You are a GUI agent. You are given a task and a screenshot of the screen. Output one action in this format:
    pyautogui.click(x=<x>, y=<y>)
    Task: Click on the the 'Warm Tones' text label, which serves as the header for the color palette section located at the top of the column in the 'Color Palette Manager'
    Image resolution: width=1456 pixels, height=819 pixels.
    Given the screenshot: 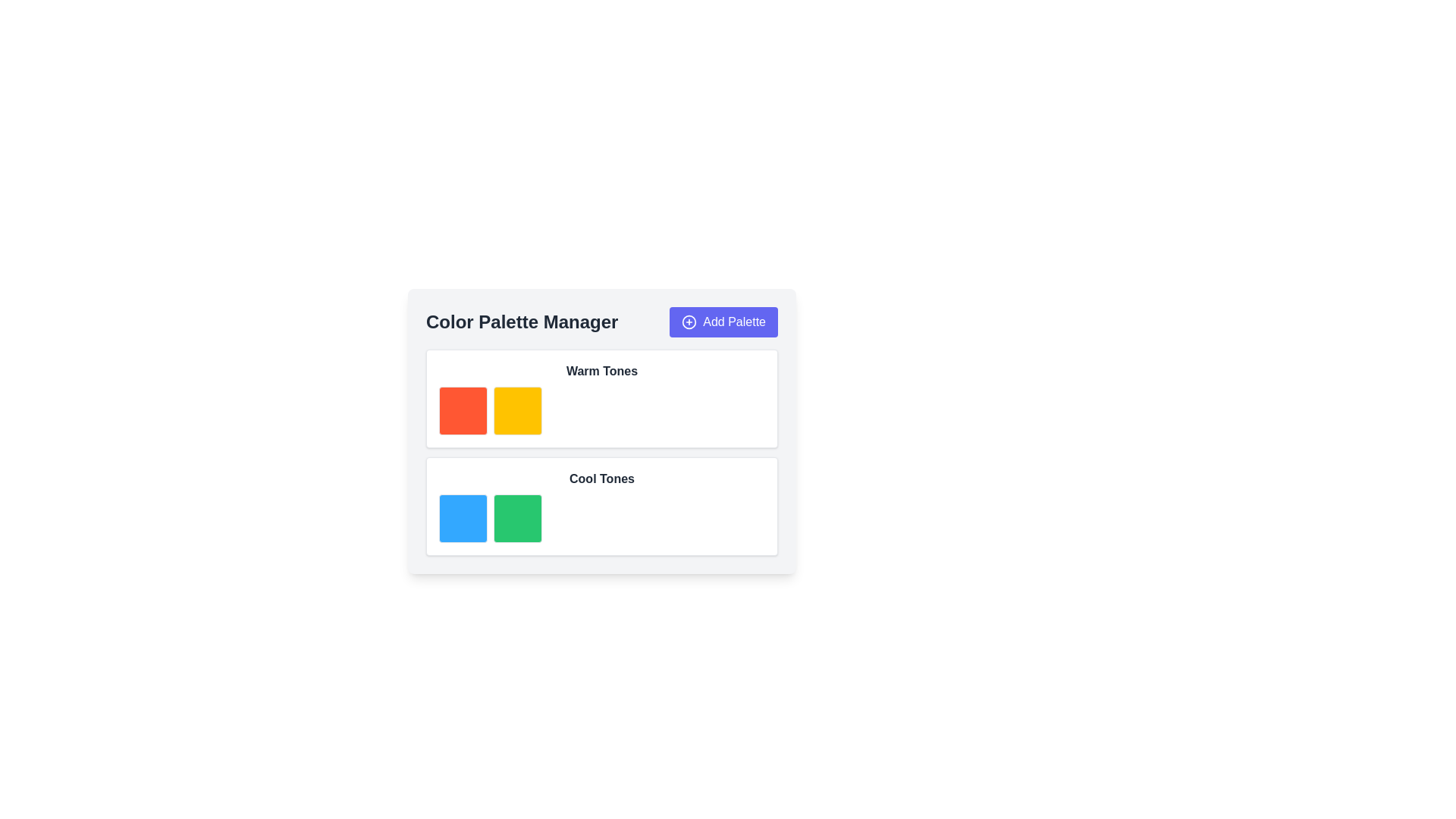 What is the action you would take?
    pyautogui.click(x=601, y=371)
    